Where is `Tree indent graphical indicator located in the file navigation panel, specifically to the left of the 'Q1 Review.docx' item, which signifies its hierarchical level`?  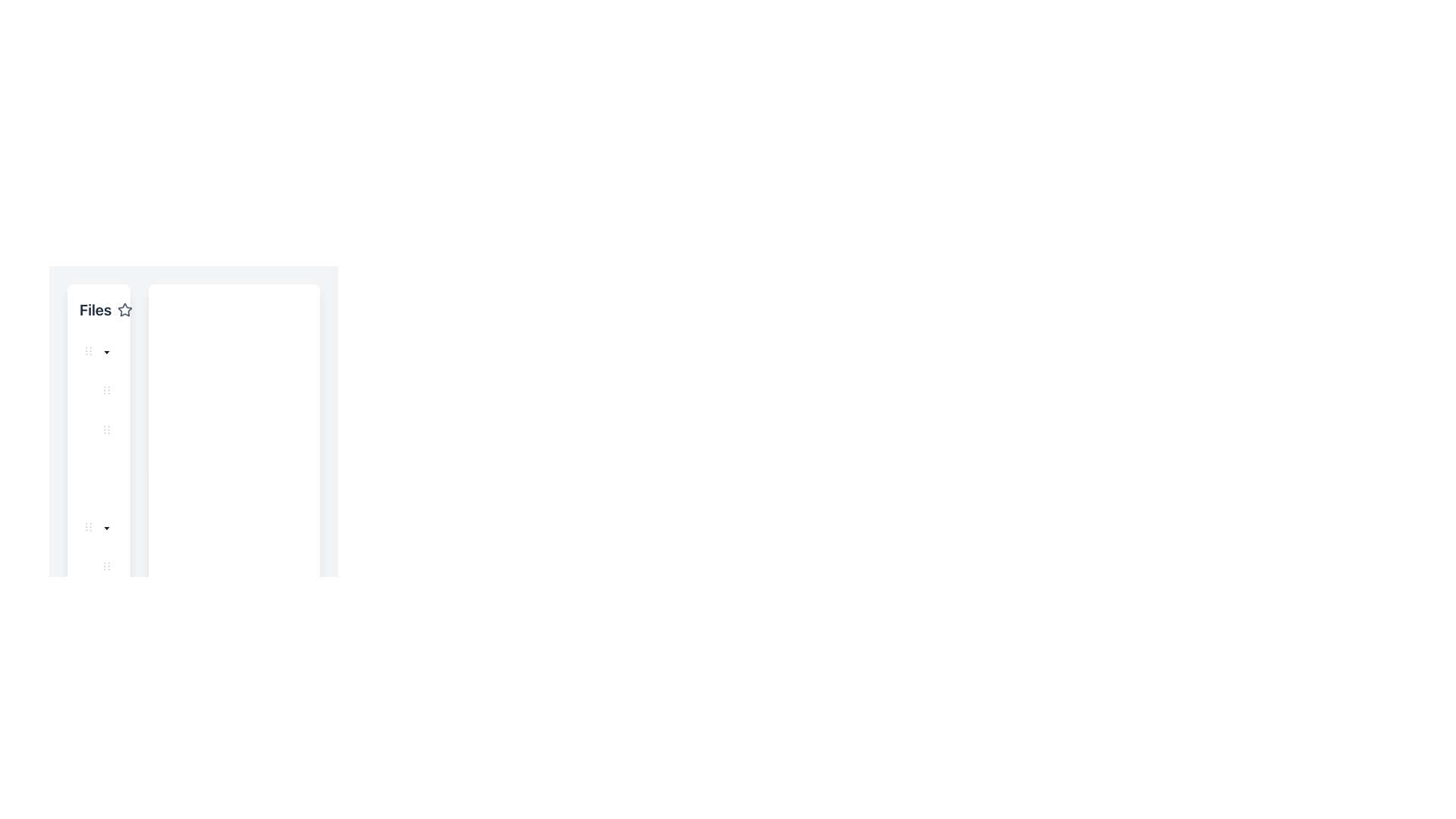
Tree indent graphical indicator located in the file navigation panel, specifically to the left of the 'Q1 Review.docx' item, which signifies its hierarchical level is located at coordinates (97, 497).